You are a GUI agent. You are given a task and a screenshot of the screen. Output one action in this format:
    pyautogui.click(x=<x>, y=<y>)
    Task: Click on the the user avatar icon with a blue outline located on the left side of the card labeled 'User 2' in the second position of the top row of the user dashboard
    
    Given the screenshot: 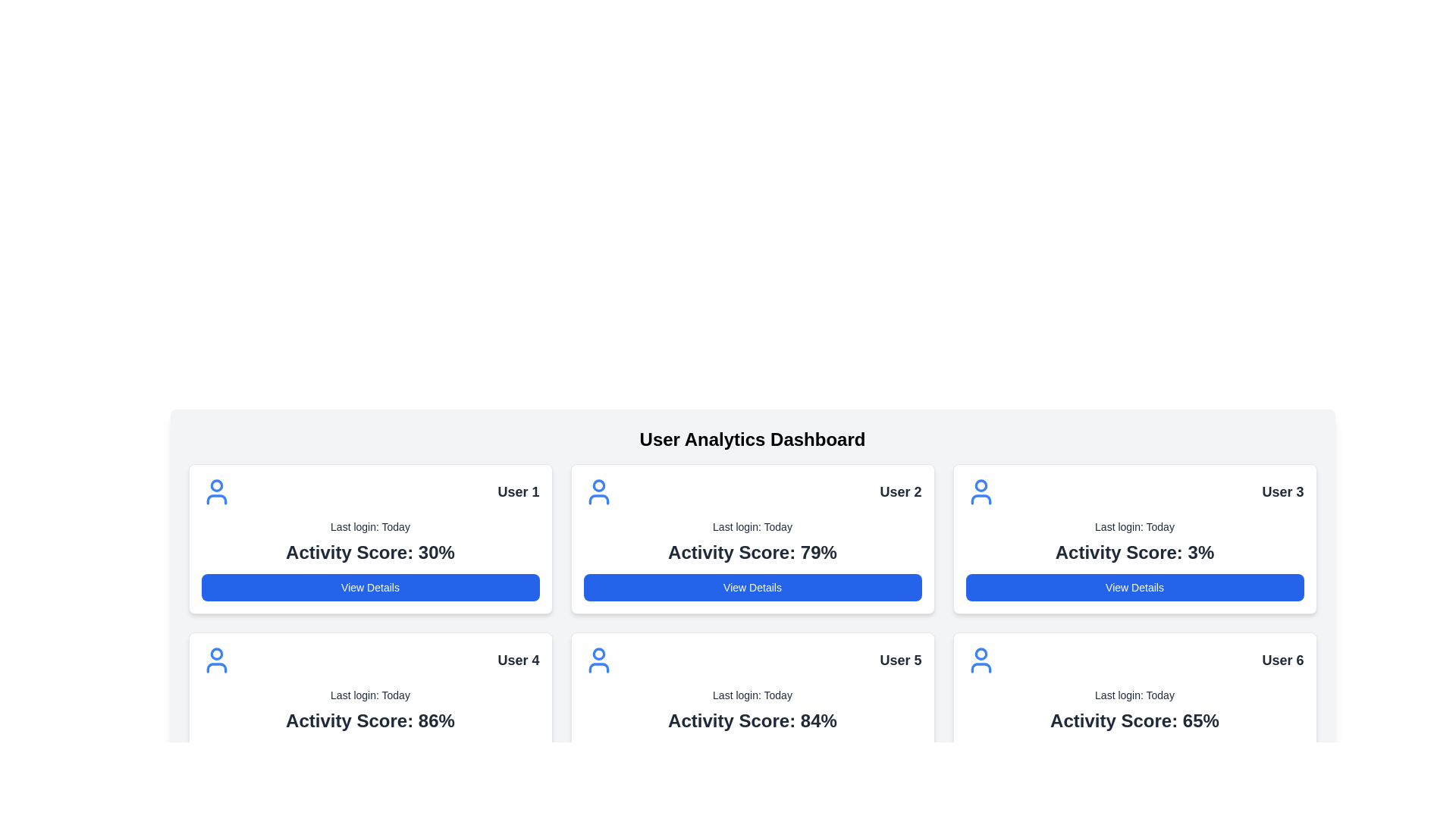 What is the action you would take?
    pyautogui.click(x=598, y=491)
    